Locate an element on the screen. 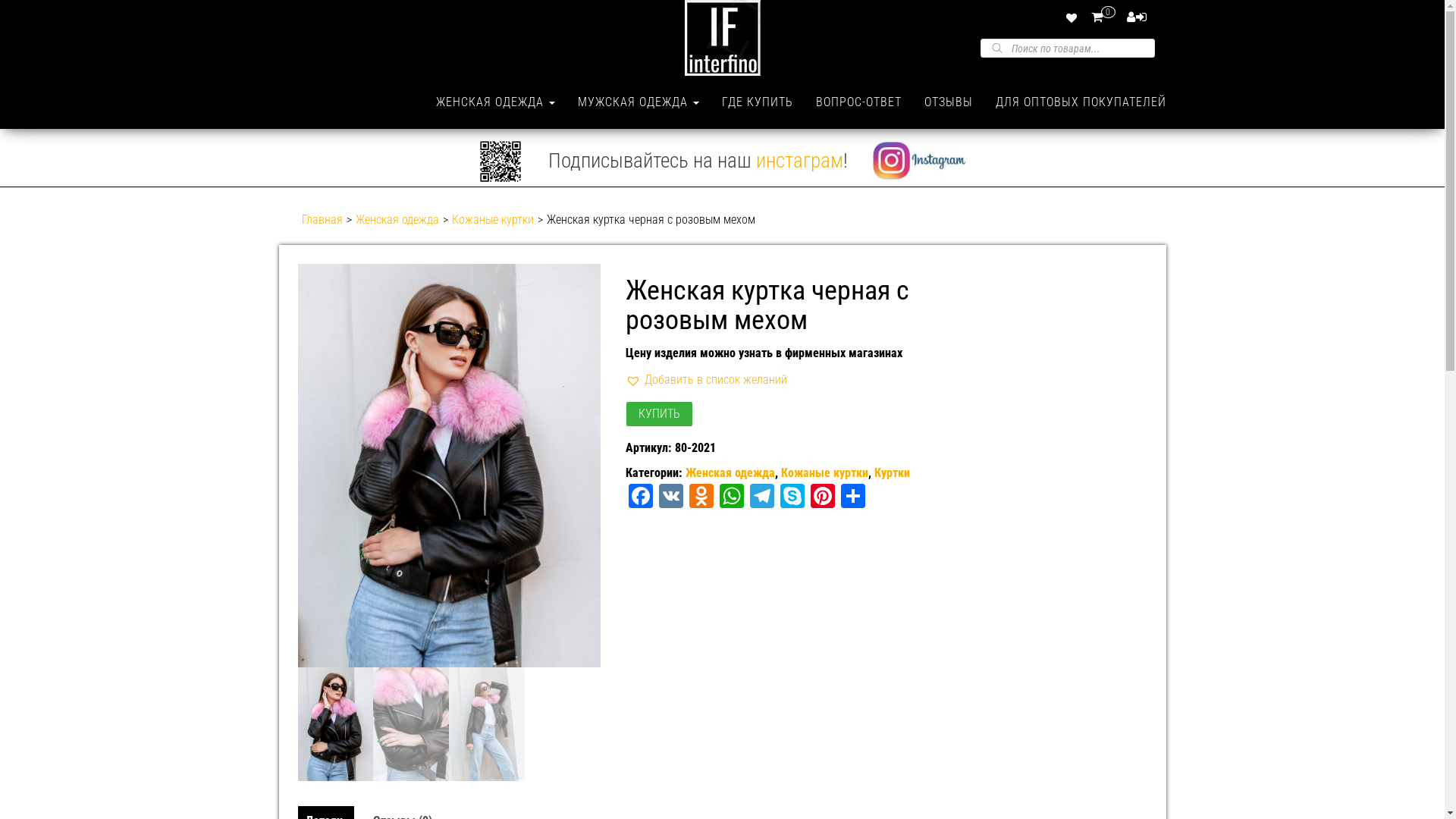 This screenshot has width=1456, height=819. 'WhatsApp' is located at coordinates (731, 497).